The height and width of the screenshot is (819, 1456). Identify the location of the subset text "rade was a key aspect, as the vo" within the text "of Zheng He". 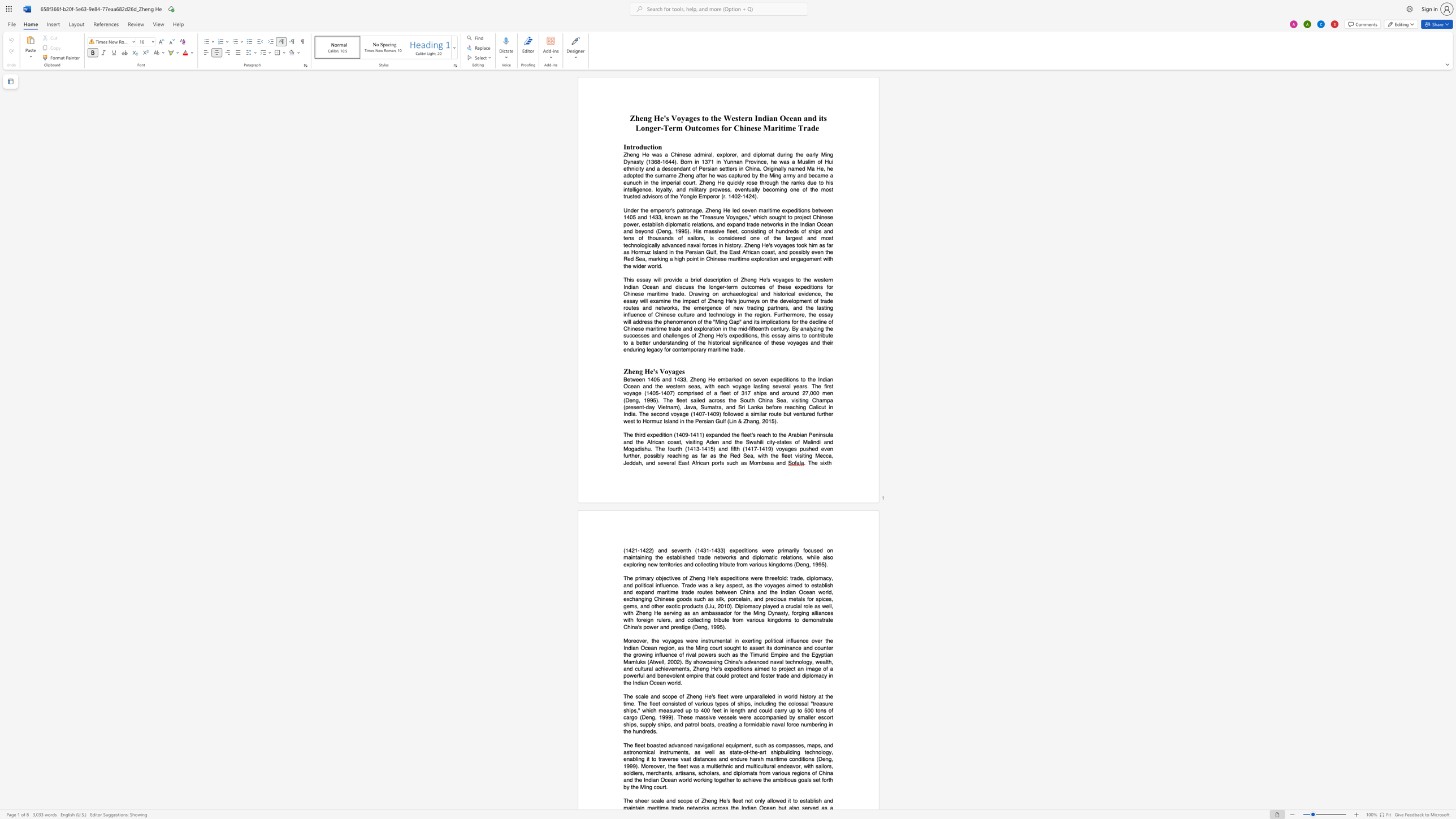
(684, 585).